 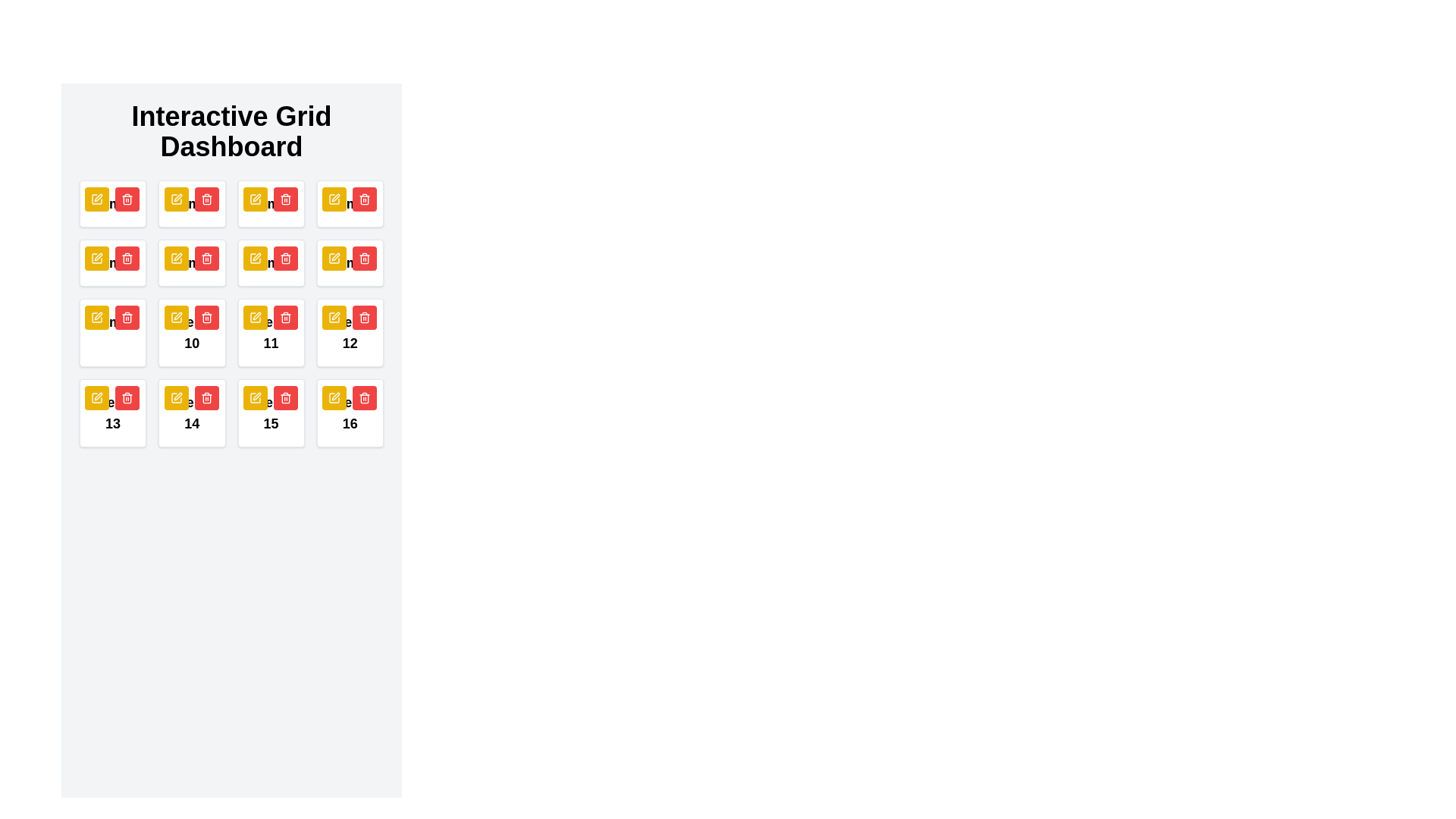 What do you see at coordinates (176, 198) in the screenshot?
I see `the edit button located in the top row of the interactive grid dashboard, specifically the third element from the left` at bounding box center [176, 198].